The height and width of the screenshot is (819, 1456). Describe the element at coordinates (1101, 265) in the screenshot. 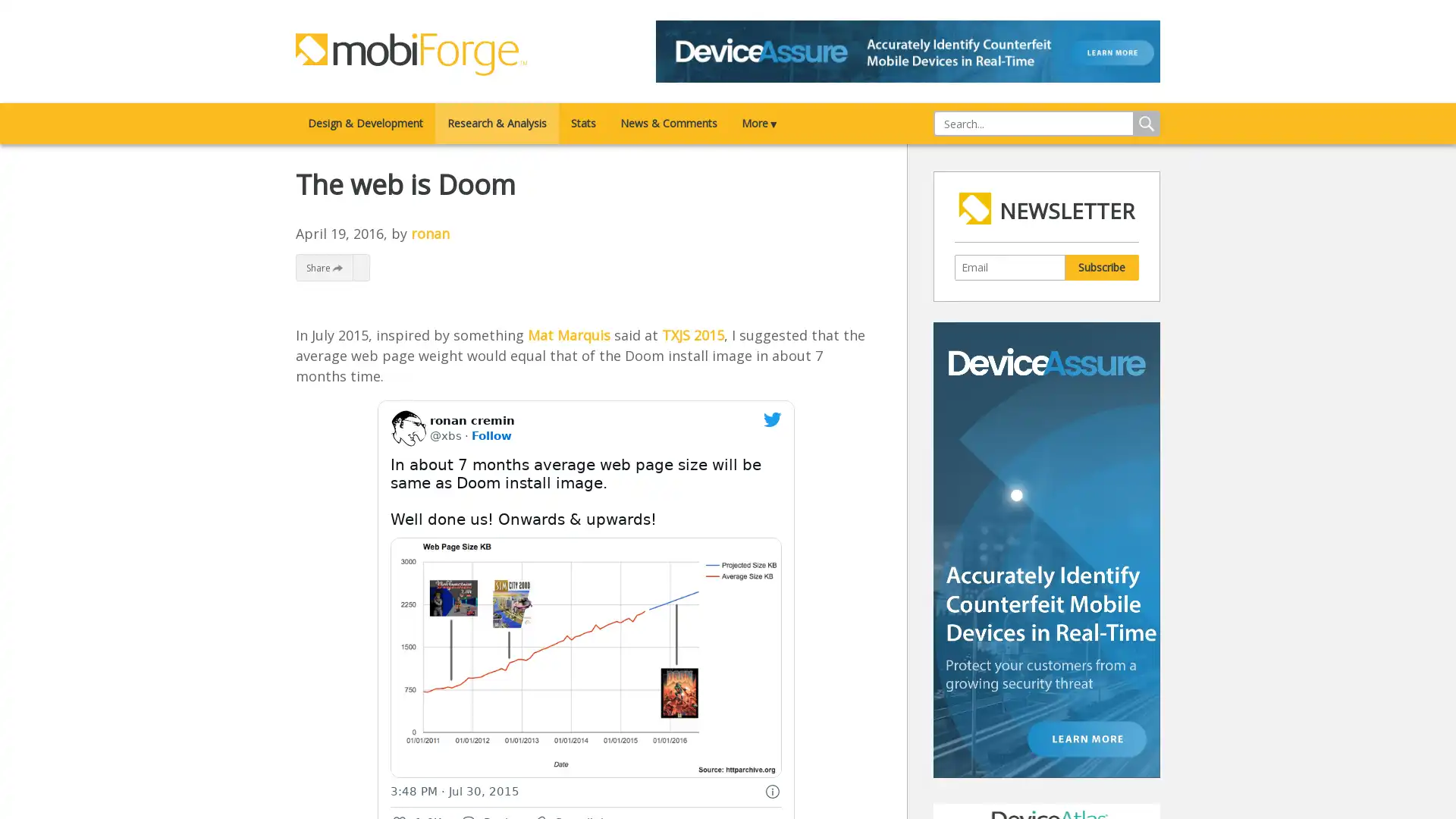

I see `Subscribe` at that location.